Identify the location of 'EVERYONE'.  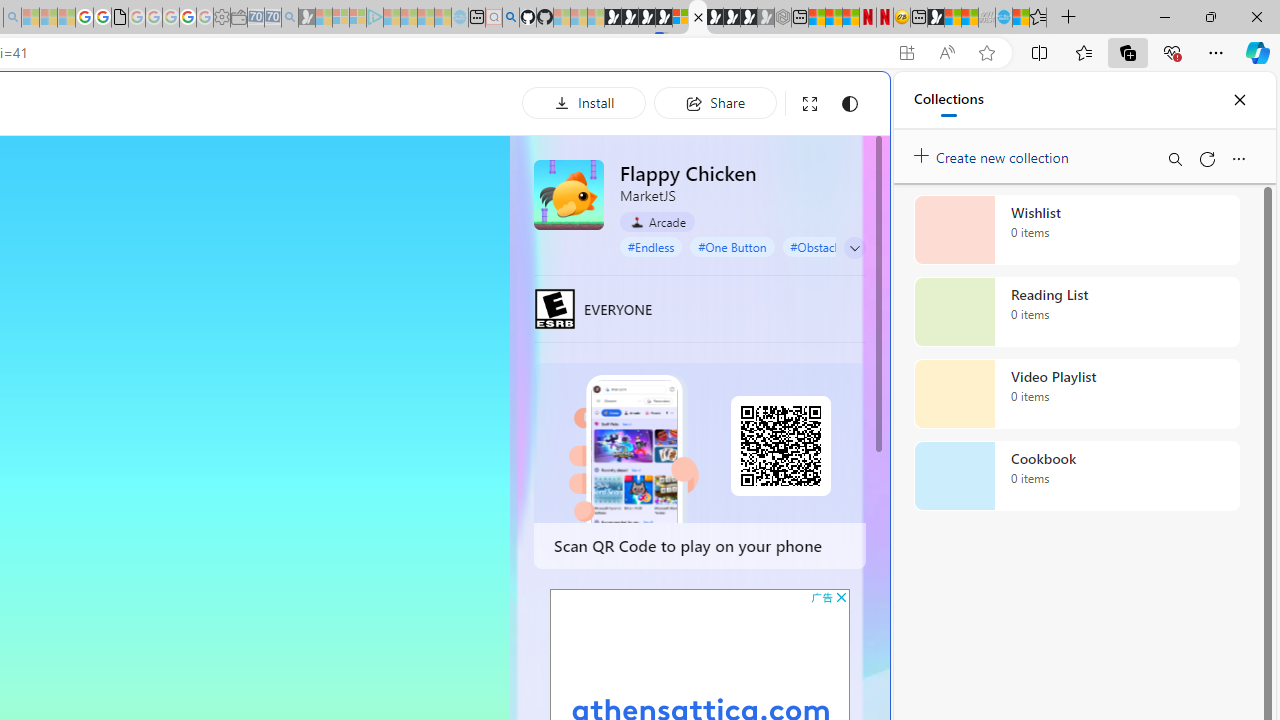
(554, 308).